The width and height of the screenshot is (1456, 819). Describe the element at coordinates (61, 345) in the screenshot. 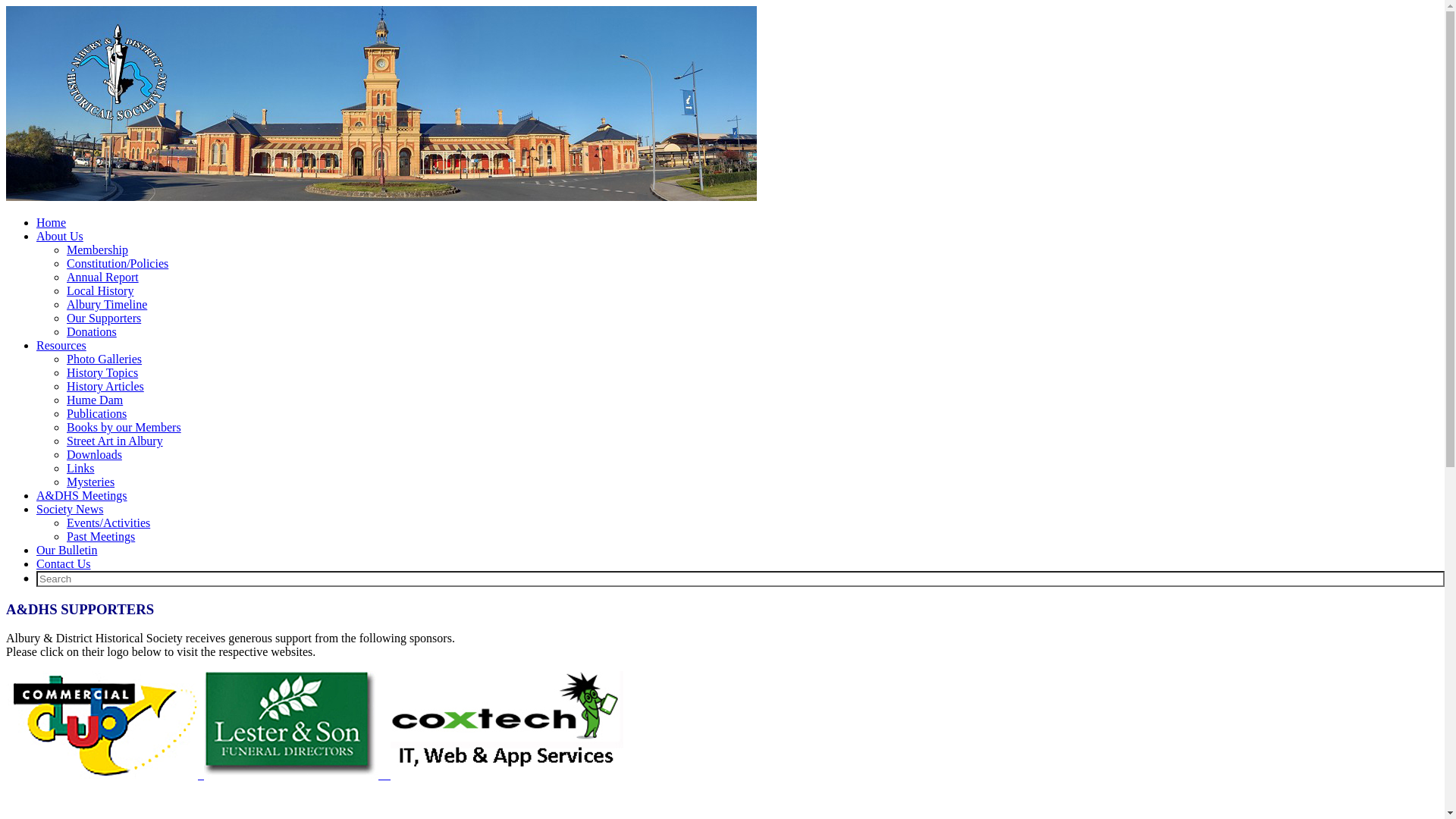

I see `'Resources'` at that location.